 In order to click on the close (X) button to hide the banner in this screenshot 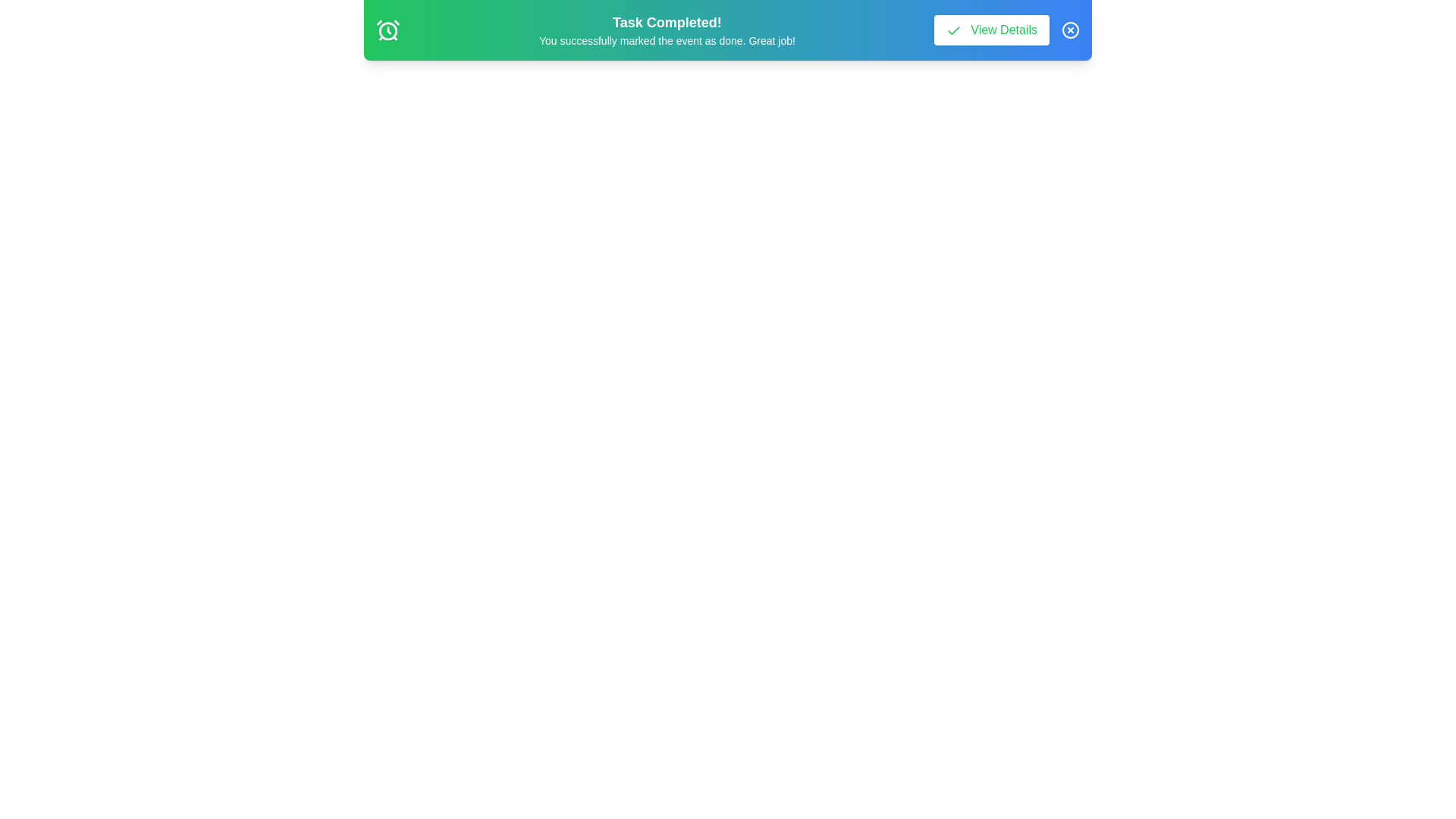, I will do `click(1069, 30)`.